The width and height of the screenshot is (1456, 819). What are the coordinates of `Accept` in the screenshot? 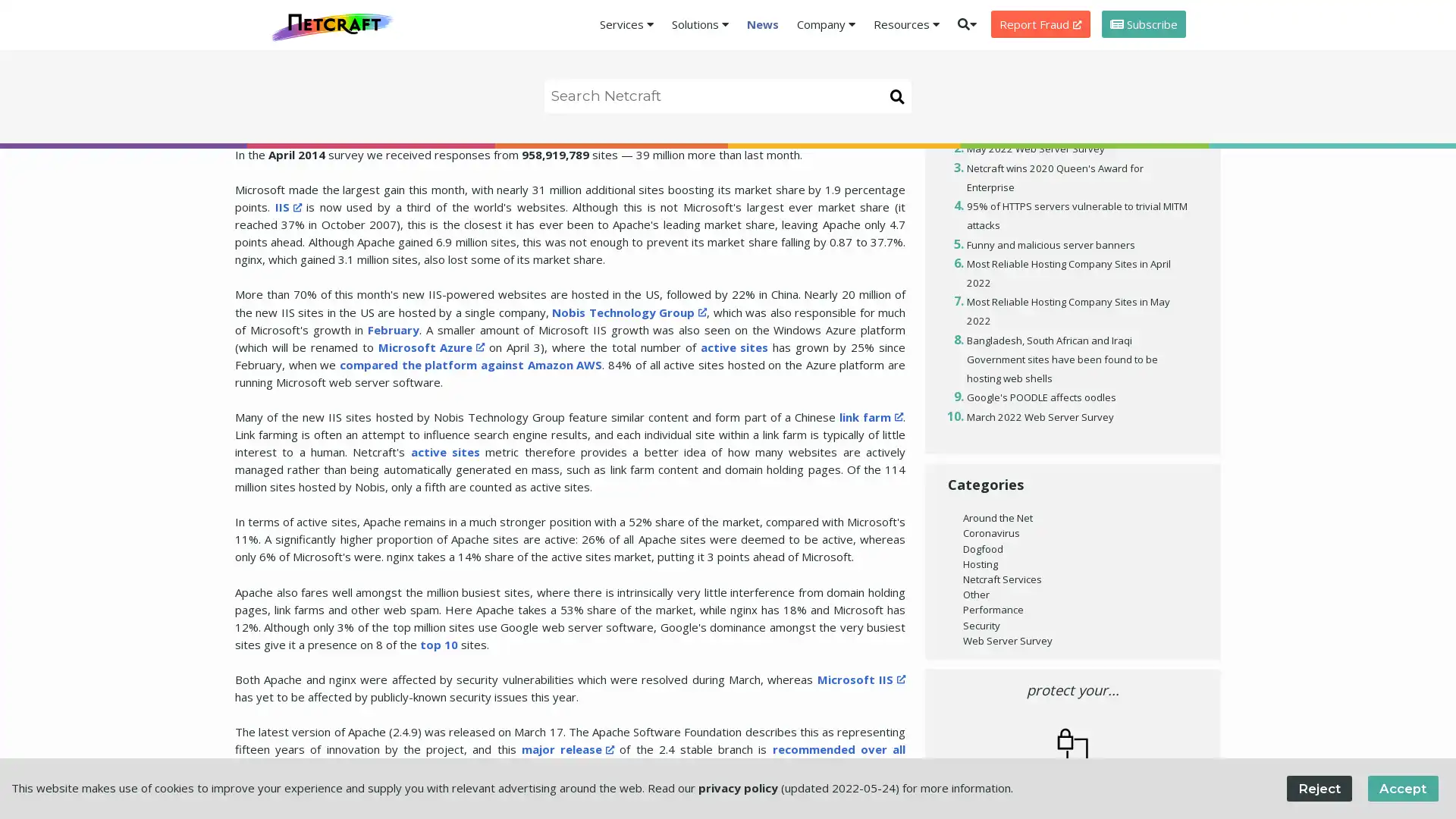 It's located at (1401, 787).